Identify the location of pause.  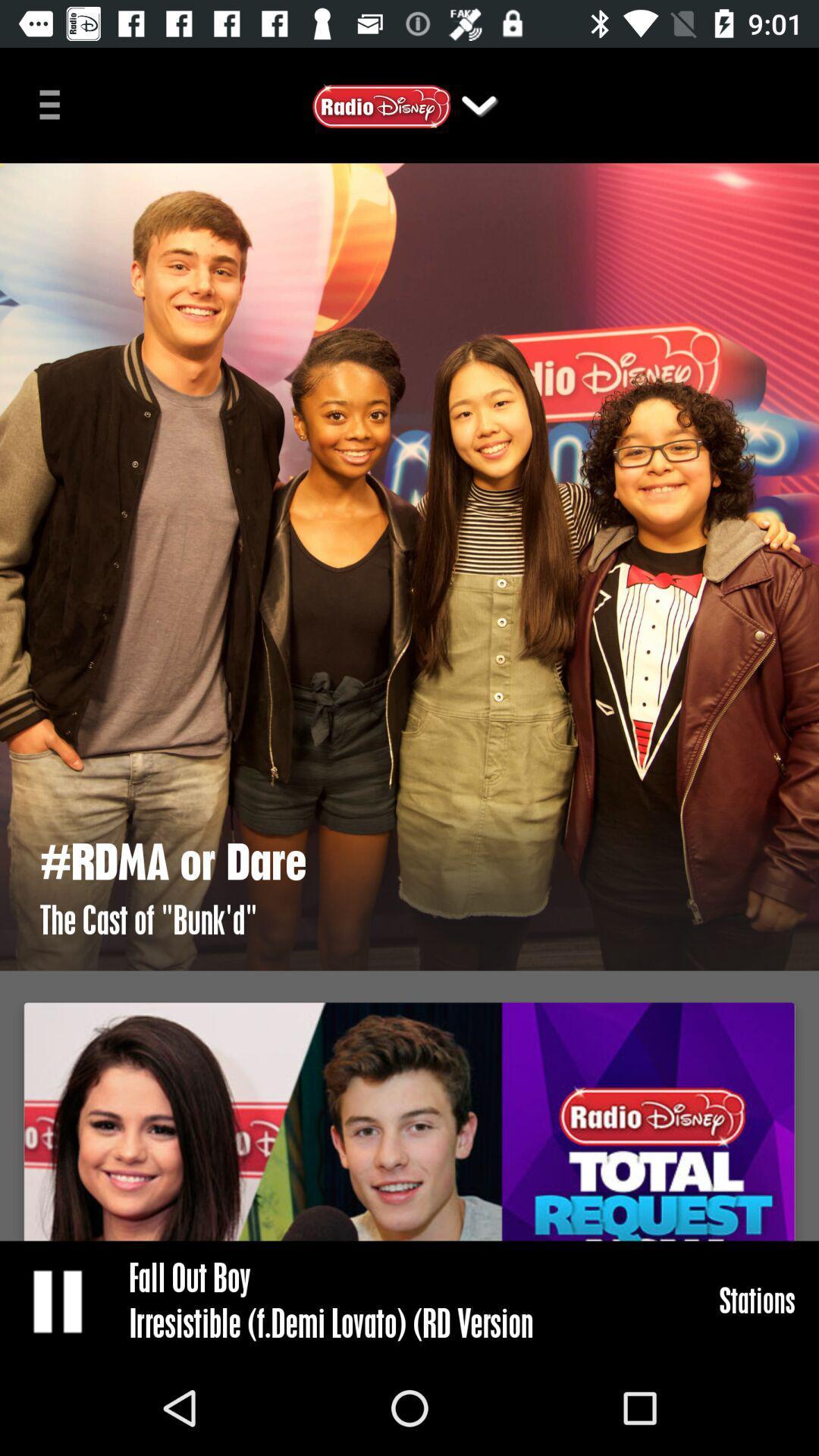
(58, 1300).